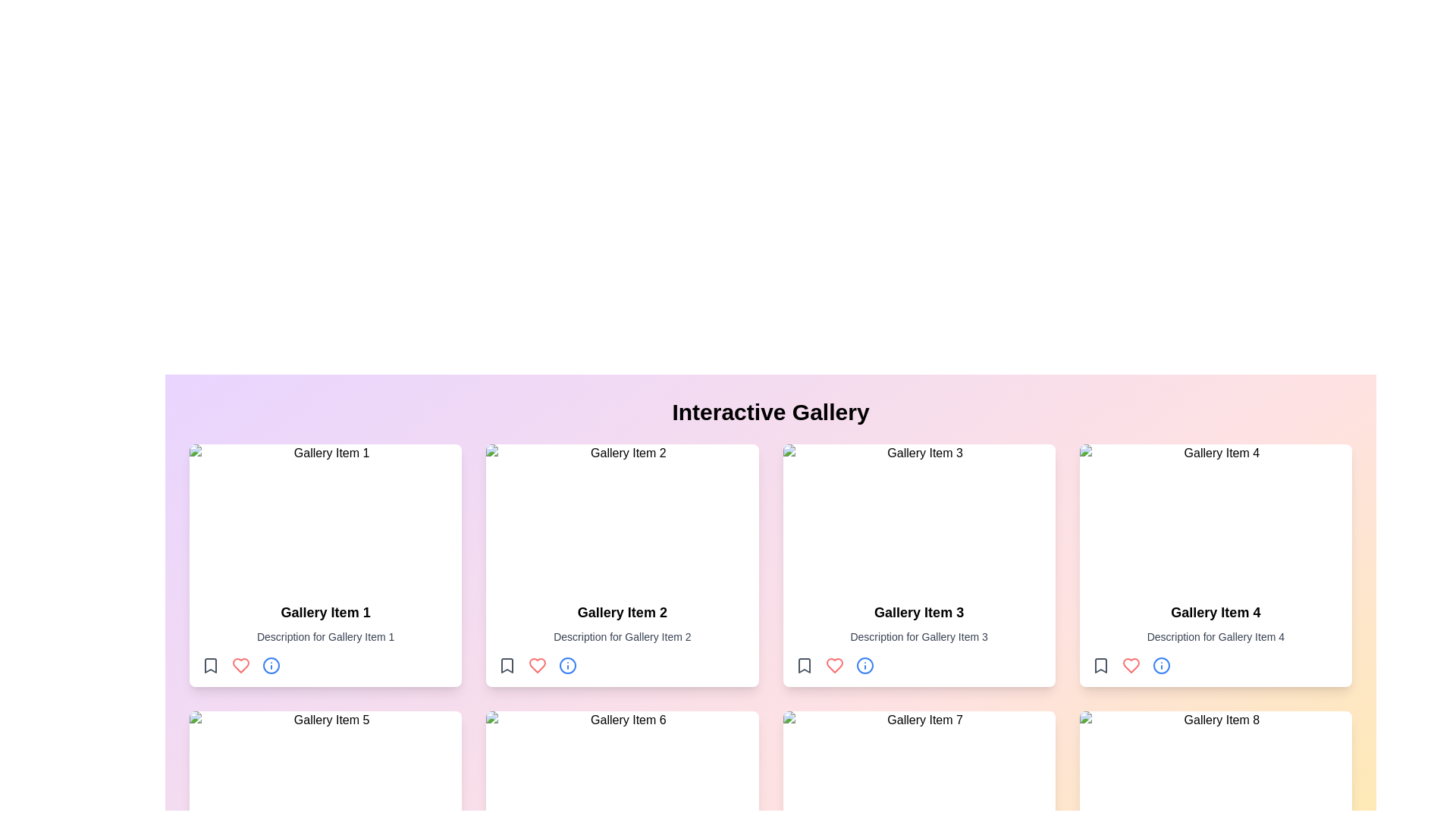  I want to click on the image on the first card in the gallery located at the top-left corner, so click(325, 565).